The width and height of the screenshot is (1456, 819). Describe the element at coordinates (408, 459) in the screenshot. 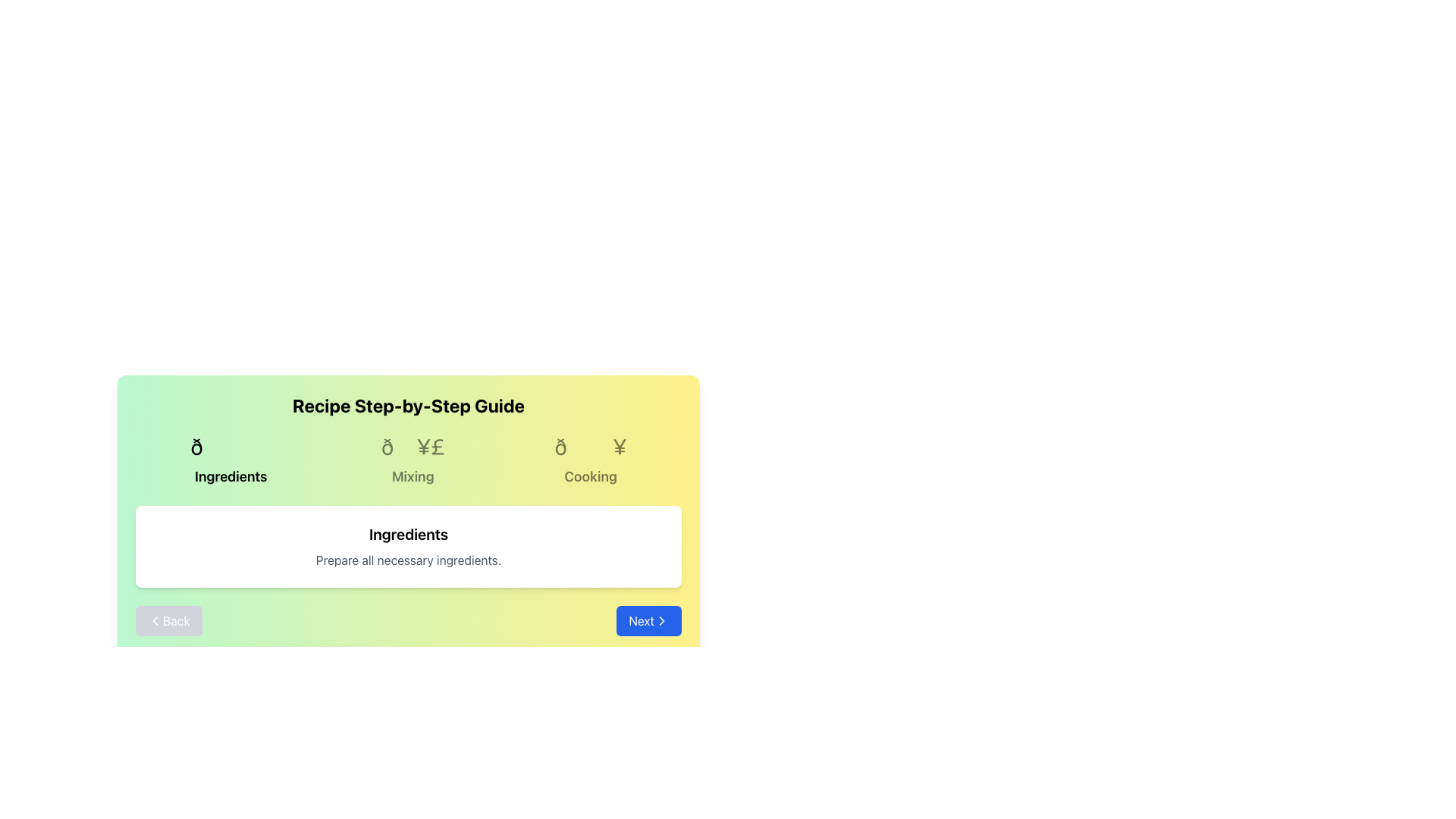

I see `the middle section of the Navigational step or tab menu labeled 'Mixing', which is centrally positioned between the 'Ingredients' and 'Cooking' sections` at that location.